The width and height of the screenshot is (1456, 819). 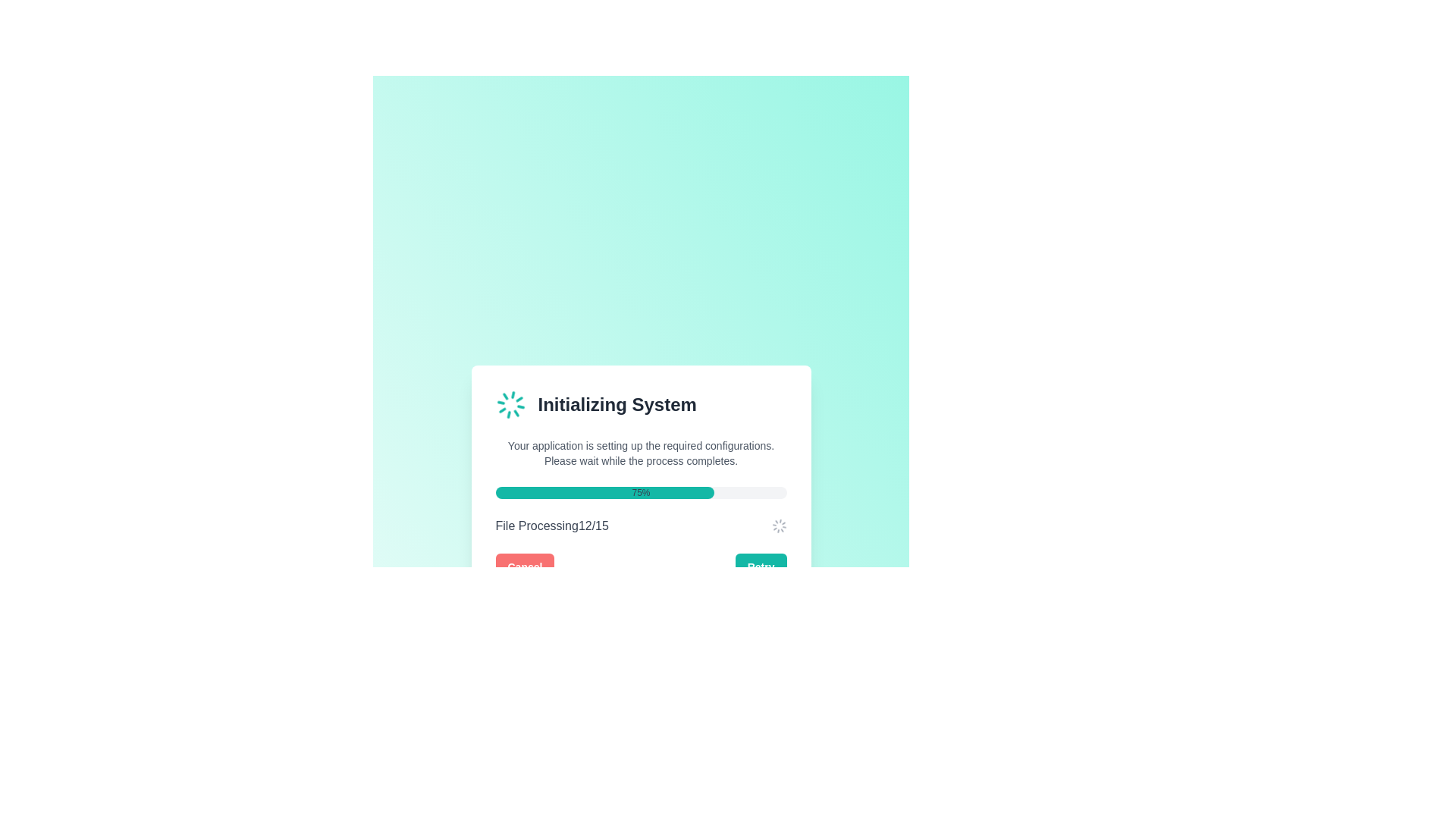 What do you see at coordinates (761, 567) in the screenshot?
I see `the 'Retry' button, which is a teal rectangular button with white text located in the bottom-right corner of the modal interface` at bounding box center [761, 567].